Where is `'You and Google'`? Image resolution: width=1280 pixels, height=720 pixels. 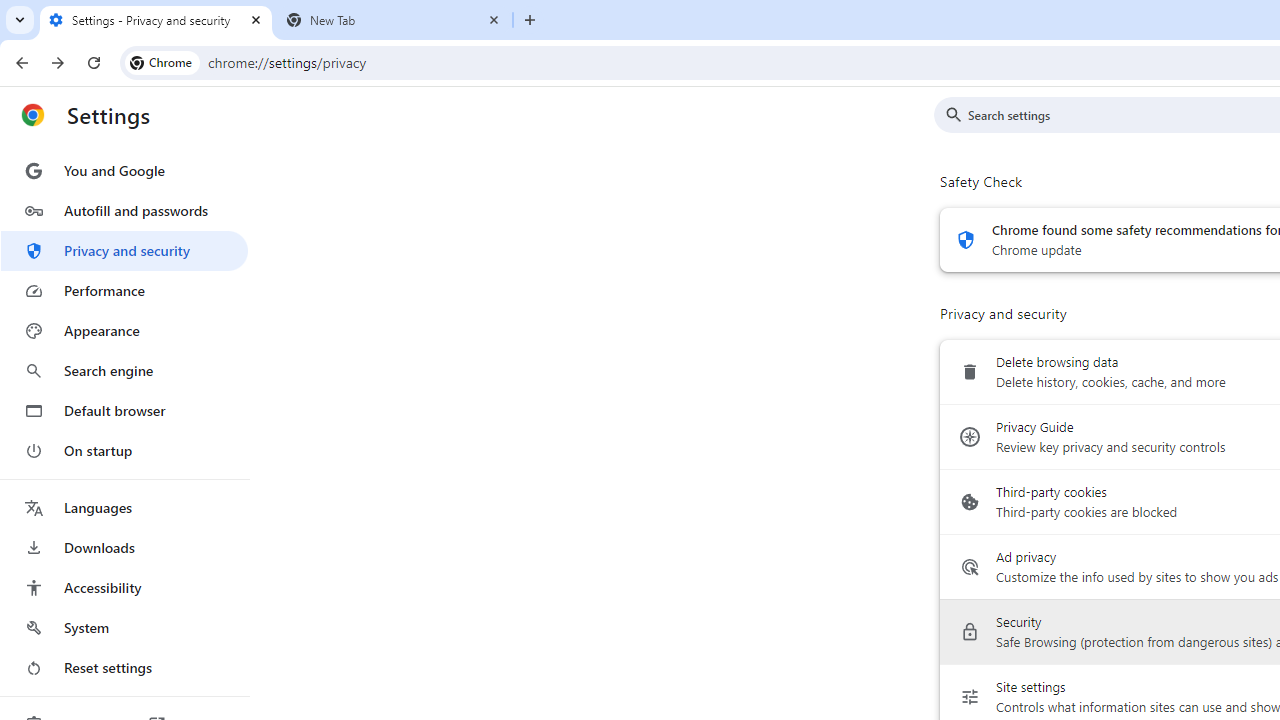
'You and Google' is located at coordinates (123, 170).